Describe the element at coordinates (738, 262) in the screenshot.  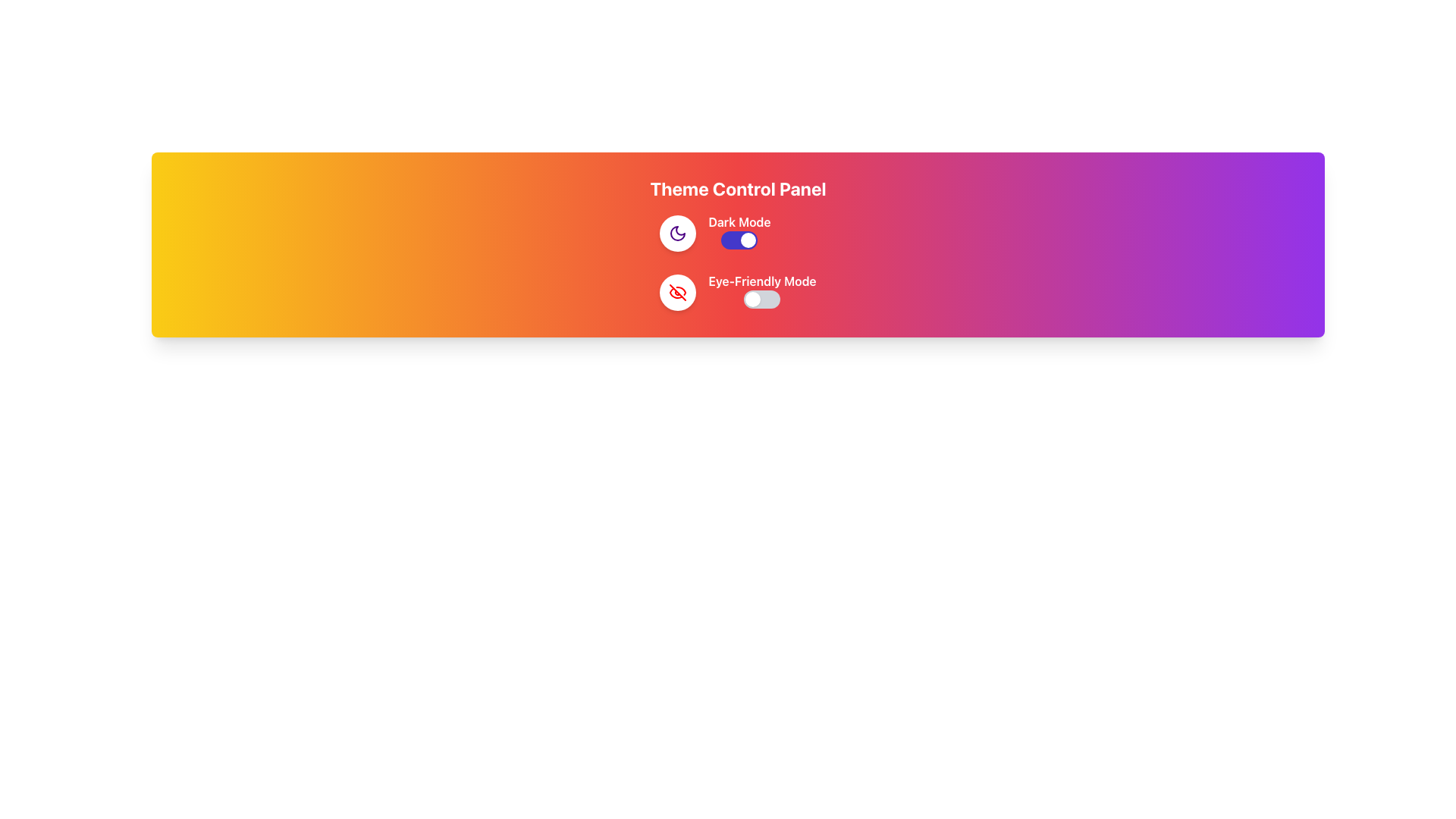
I see `the toggle switch in the control panel for 'Dark Mode' and 'Eye-Friendly Mode'` at that location.